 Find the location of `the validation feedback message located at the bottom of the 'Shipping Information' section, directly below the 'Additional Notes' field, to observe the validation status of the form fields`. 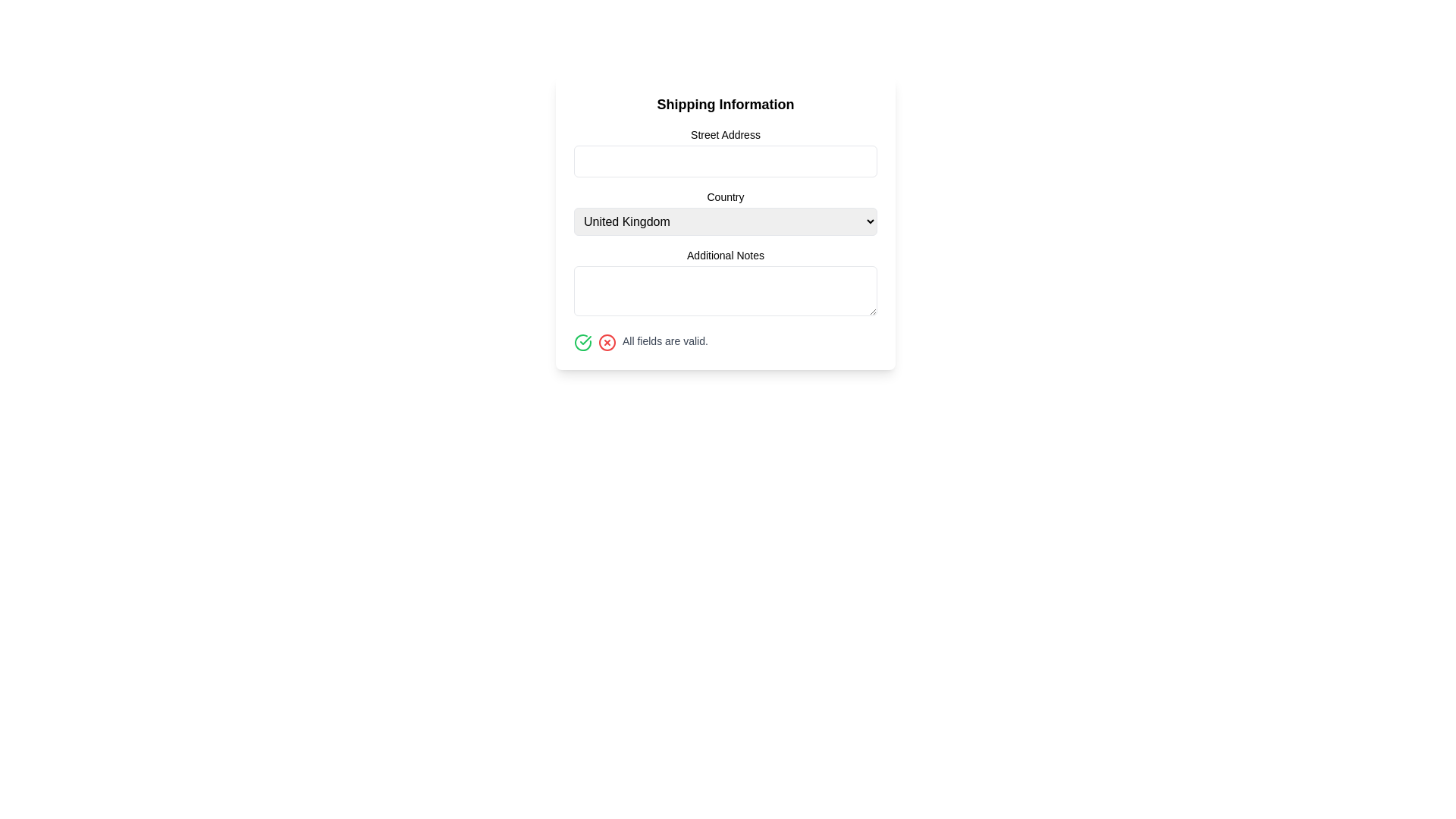

the validation feedback message located at the bottom of the 'Shipping Information' section, directly below the 'Additional Notes' field, to observe the validation status of the form fields is located at coordinates (724, 342).